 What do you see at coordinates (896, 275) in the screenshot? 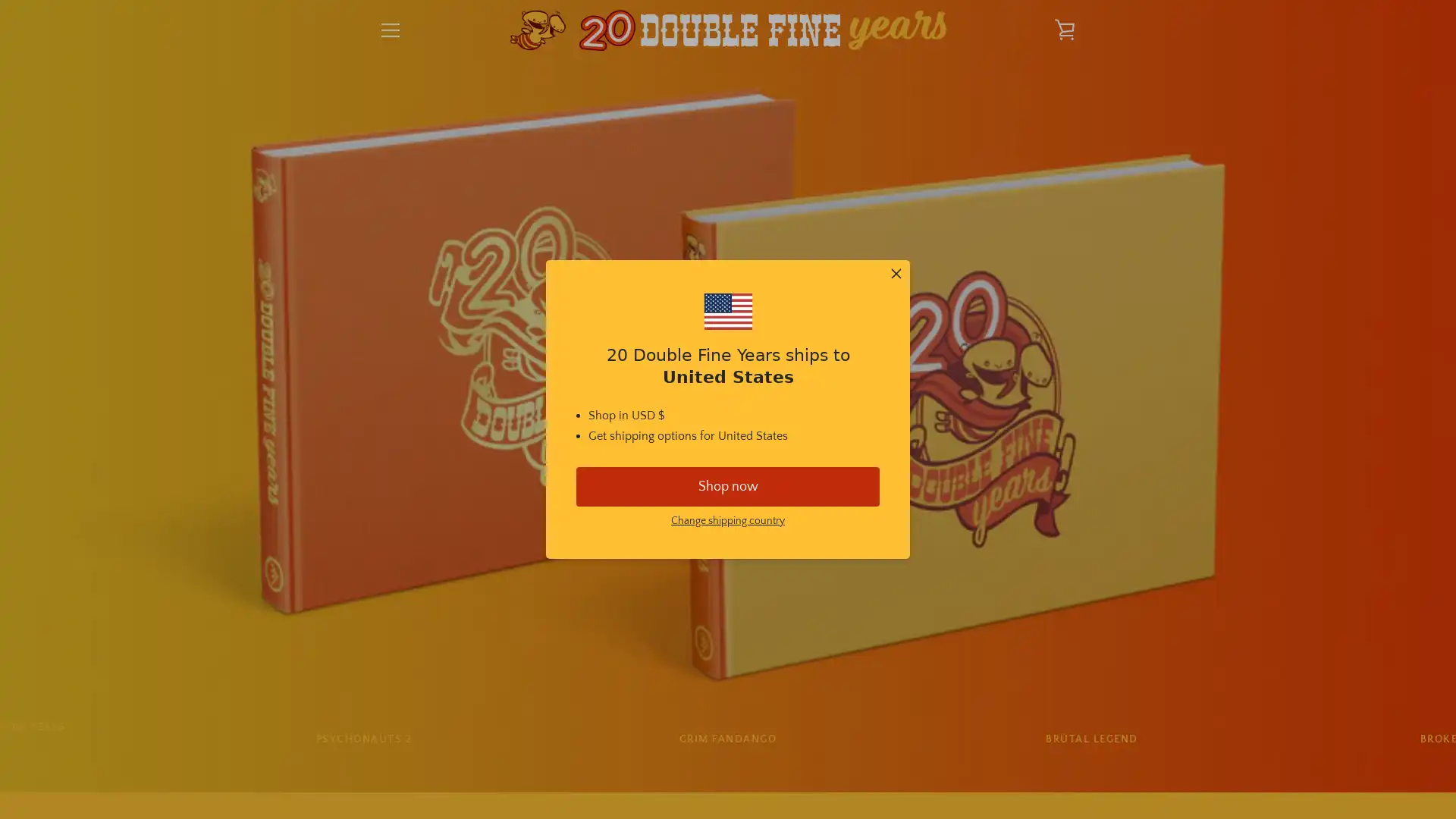
I see `Dismiss` at bounding box center [896, 275].